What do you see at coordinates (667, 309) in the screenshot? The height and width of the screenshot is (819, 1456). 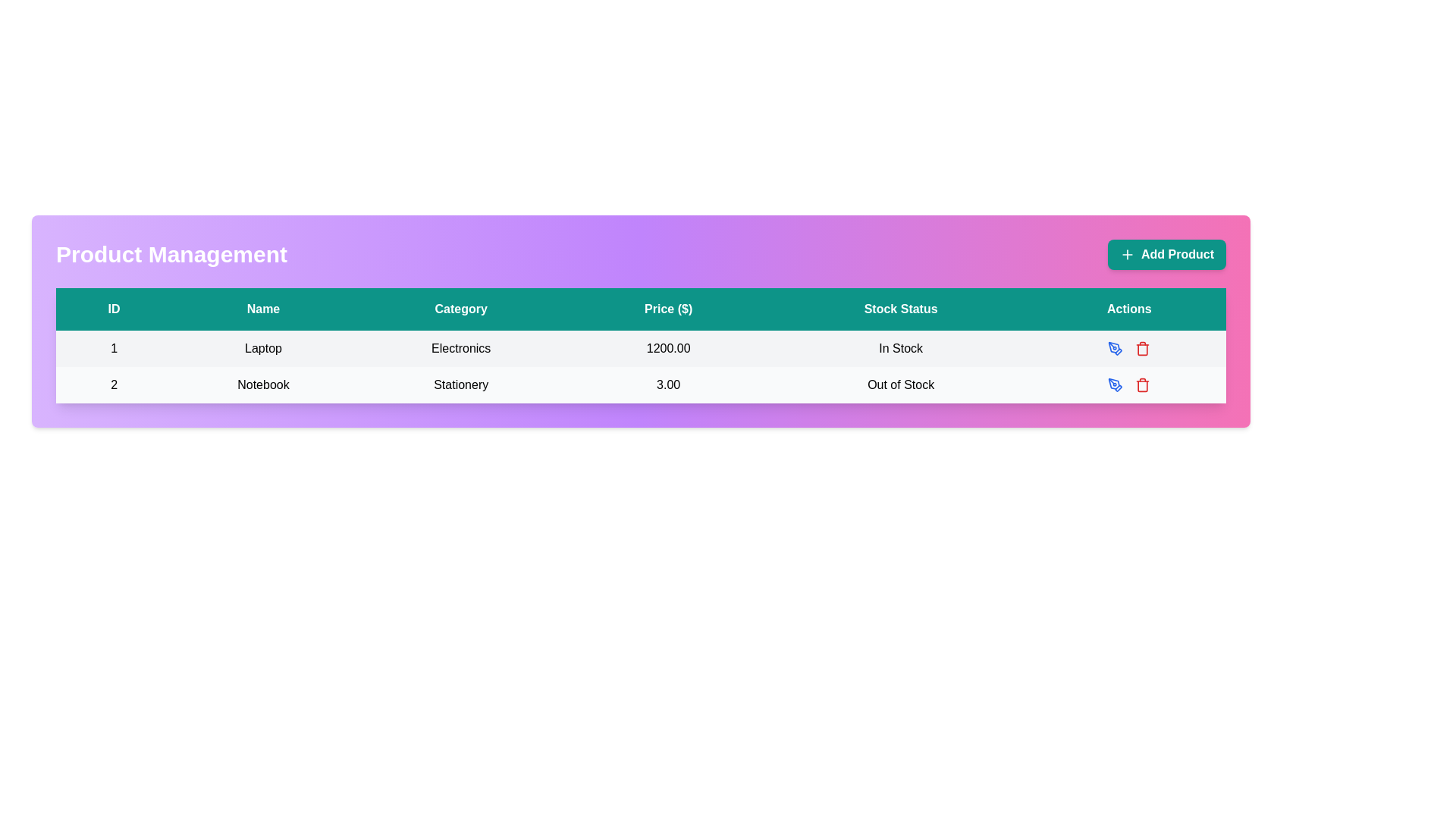 I see `the static header labeled 'Price ($)' which is the fourth column heading in the table, styled in teal with white text` at bounding box center [667, 309].